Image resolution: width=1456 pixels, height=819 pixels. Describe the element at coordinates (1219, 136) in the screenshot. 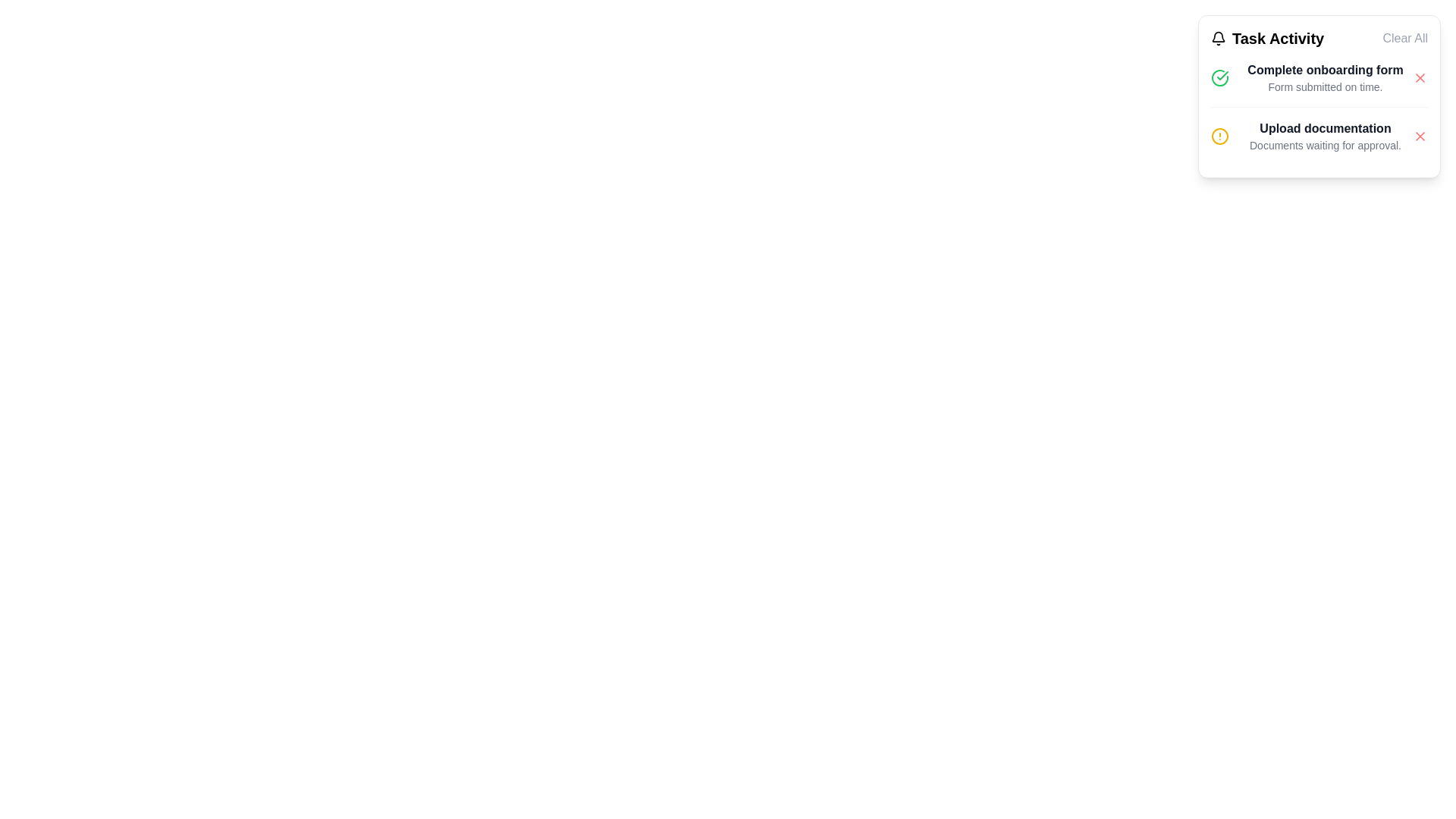

I see `the circular SVG graphical element that serves as a warning or alert indicator for the 'Upload documentation' task, located in the right-hand notification panel` at that location.